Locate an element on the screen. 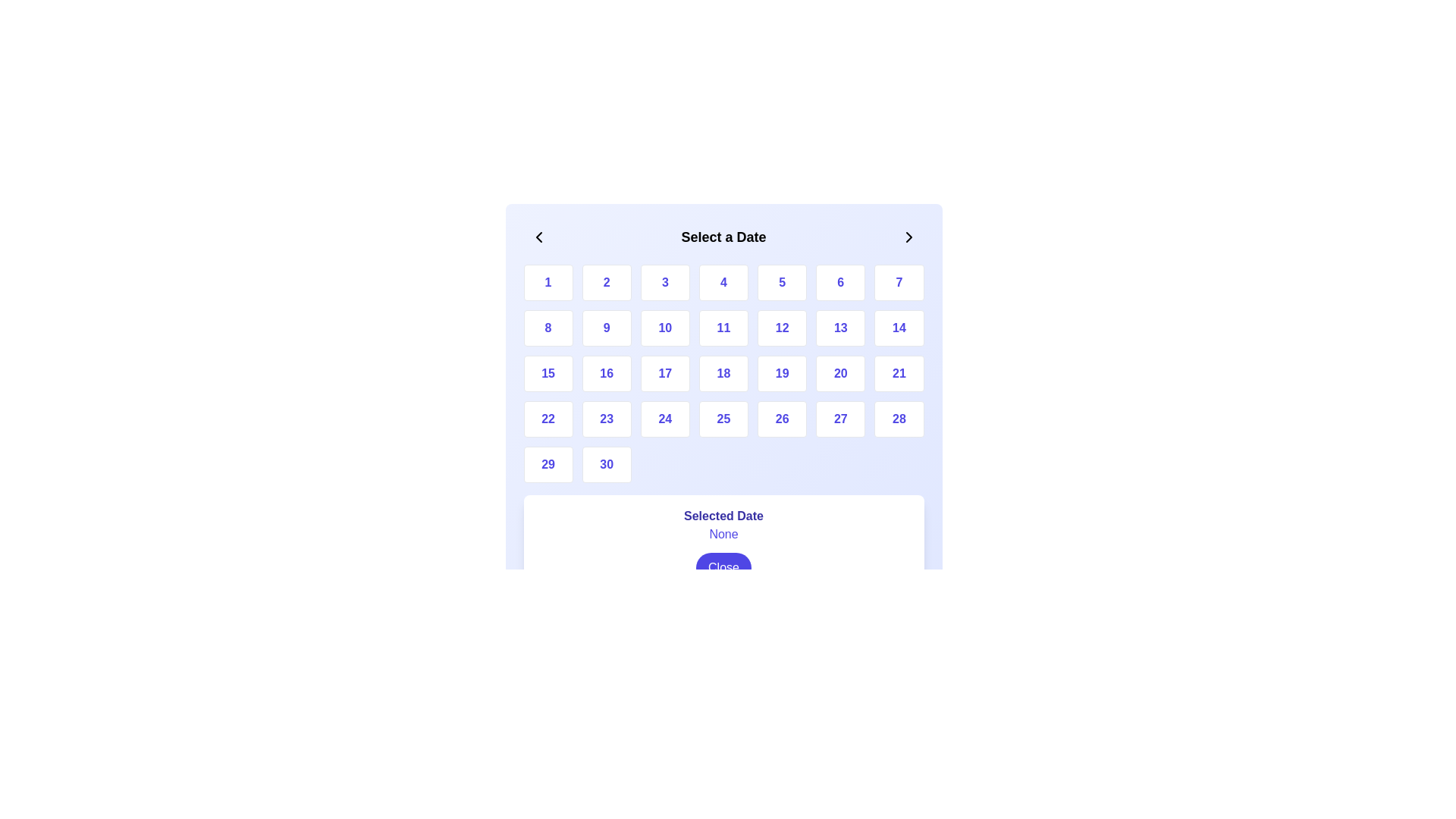 This screenshot has width=1456, height=819. the sixth button in the first row of the date selection grid, which displays the number '6' is located at coordinates (839, 283).